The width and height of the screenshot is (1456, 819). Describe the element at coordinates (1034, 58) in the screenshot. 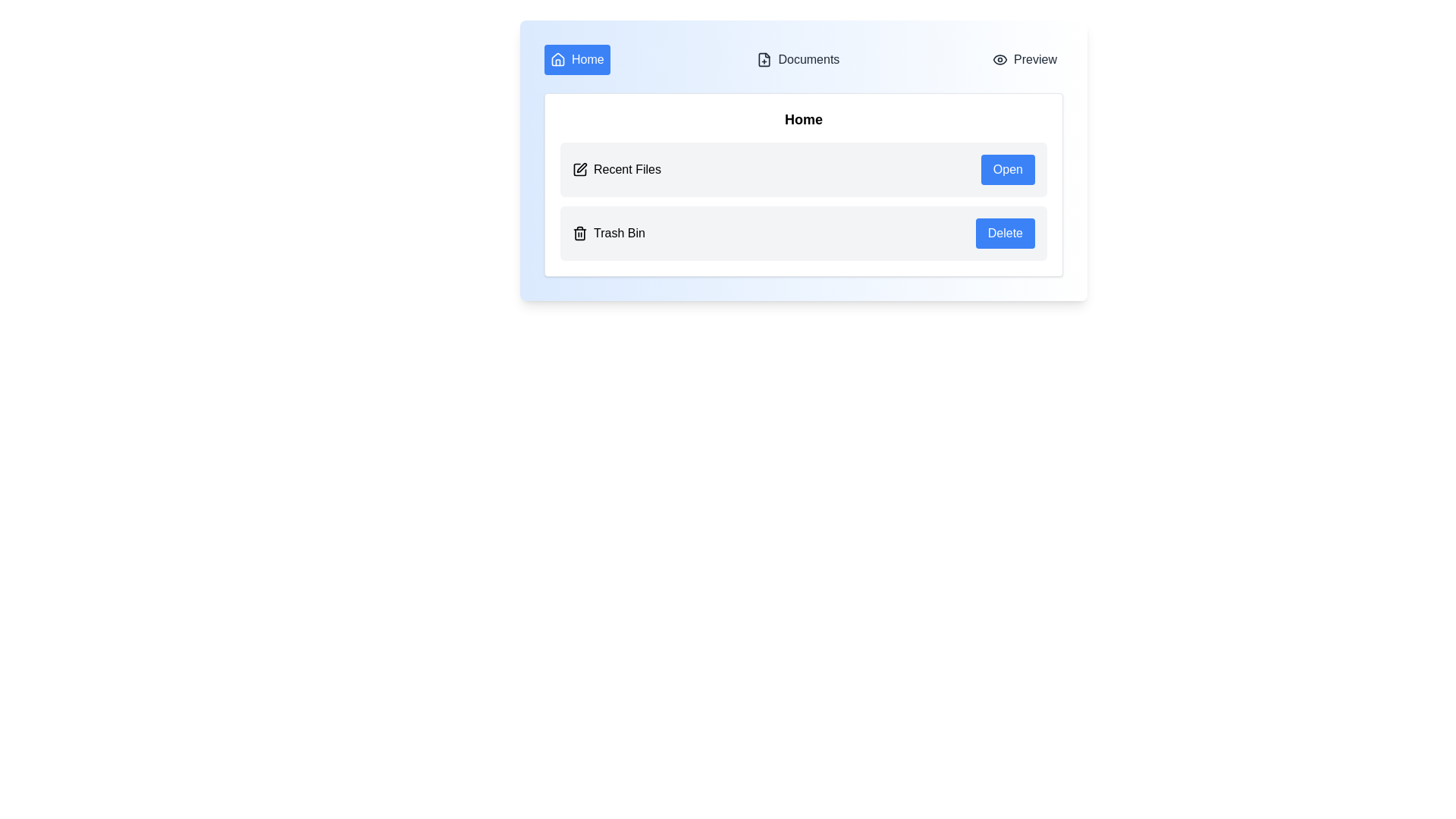

I see `text label 'Preview' located in the top-right corner of the interface, styled in a dark color and positioned to the right of an eye-shaped icon` at that location.